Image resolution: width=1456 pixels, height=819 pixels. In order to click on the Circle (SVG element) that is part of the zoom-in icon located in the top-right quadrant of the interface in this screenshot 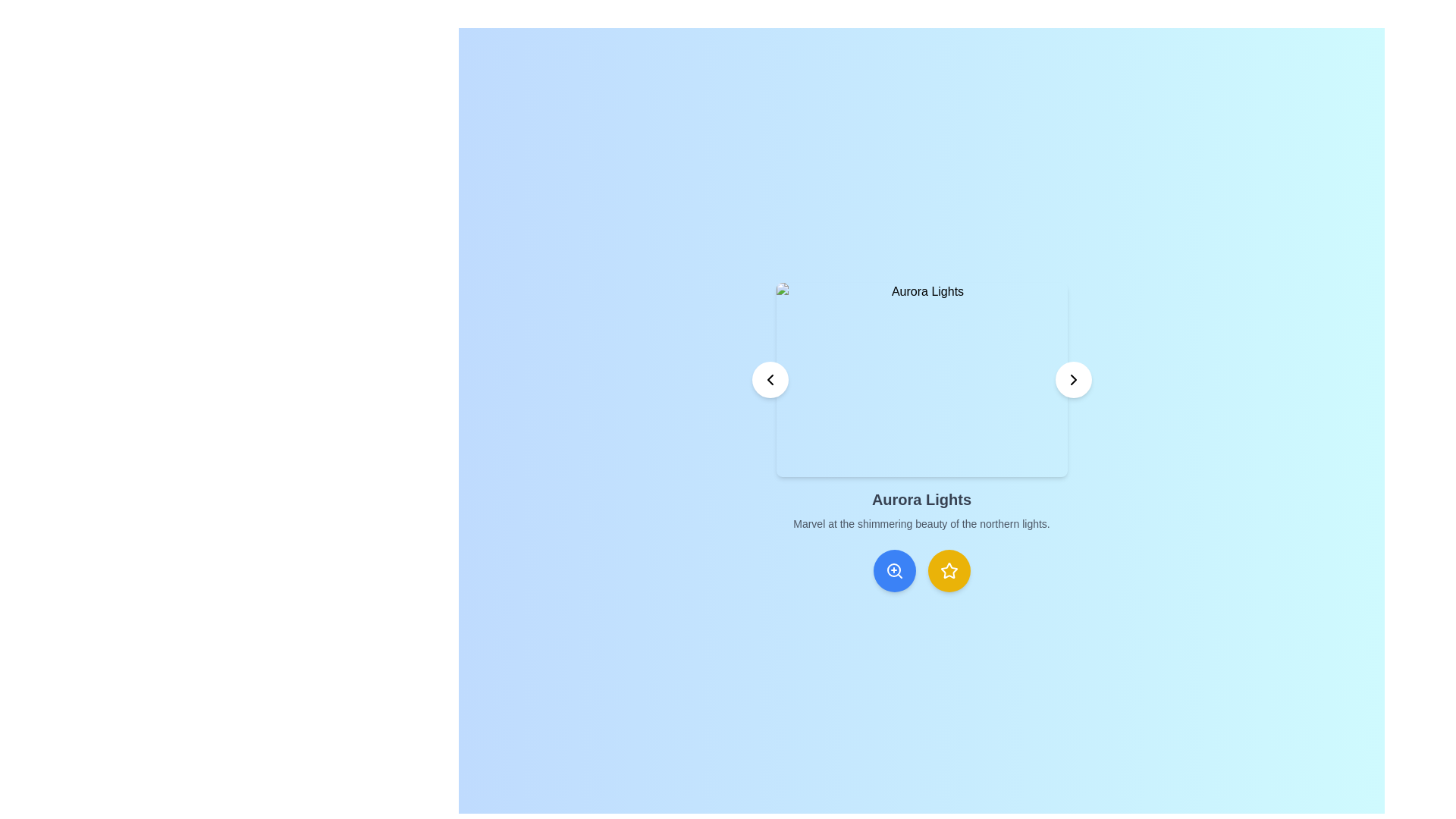, I will do `click(893, 570)`.